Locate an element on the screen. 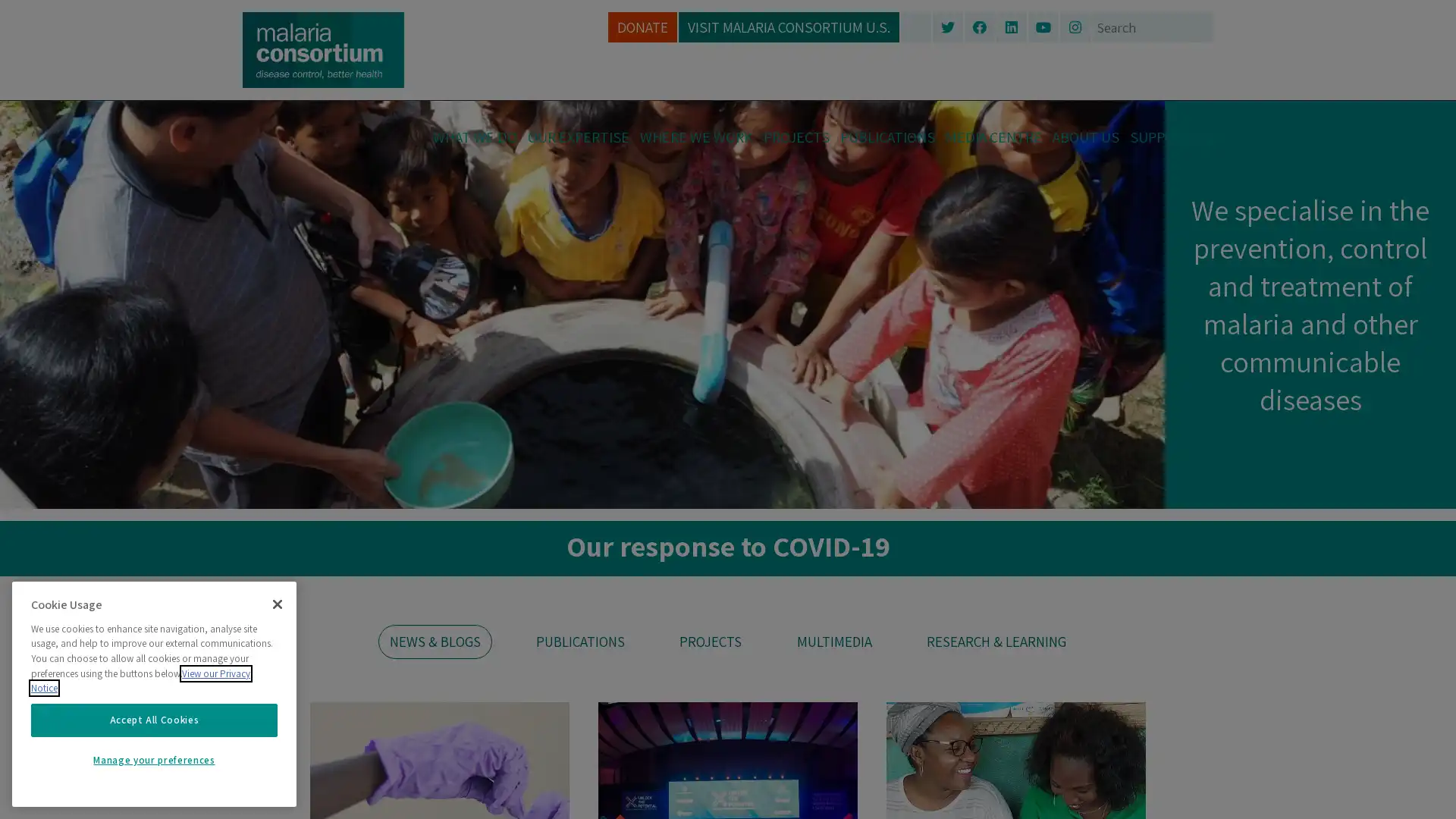 Image resolution: width=1456 pixels, height=819 pixels. Close is located at coordinates (277, 604).